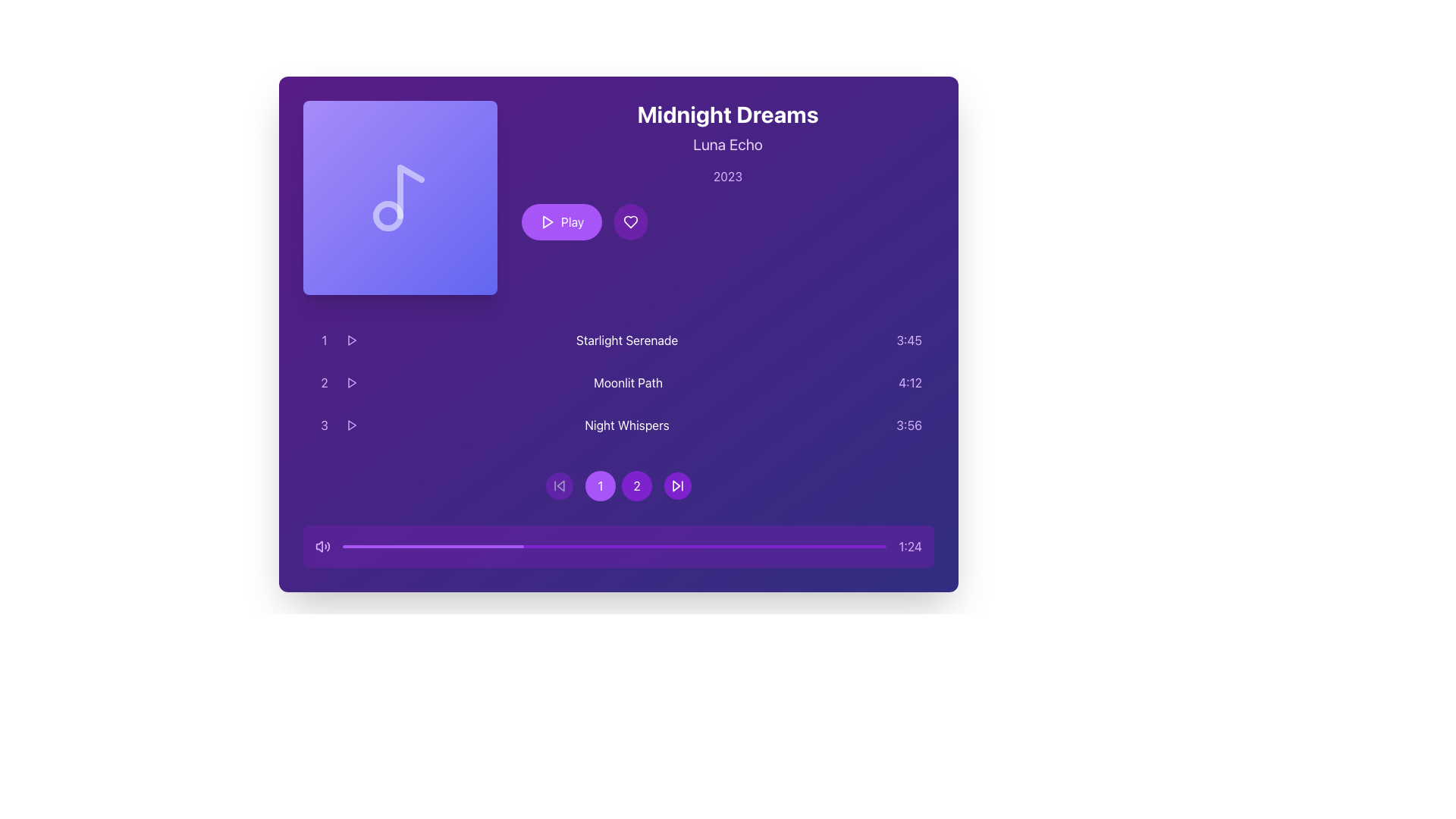 The image size is (1456, 819). Describe the element at coordinates (424, 547) in the screenshot. I see `playback position` at that location.